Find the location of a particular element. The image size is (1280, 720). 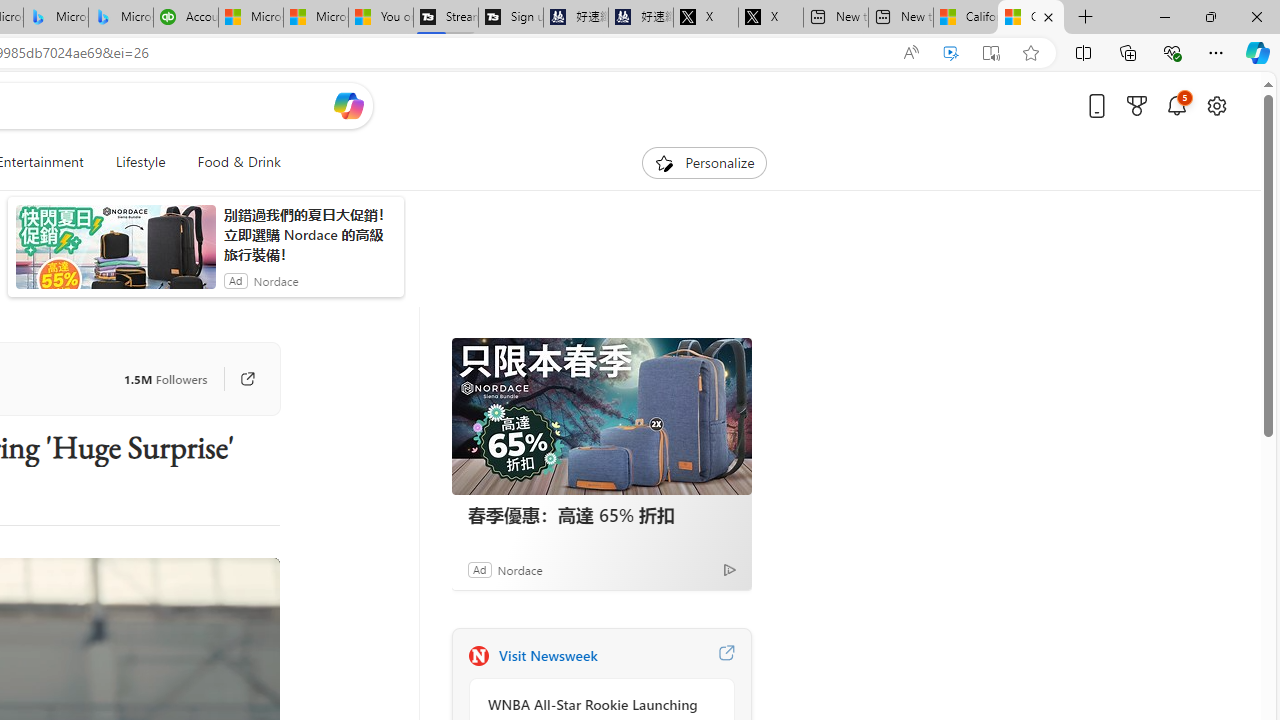

'Food & Drink' is located at coordinates (231, 162).